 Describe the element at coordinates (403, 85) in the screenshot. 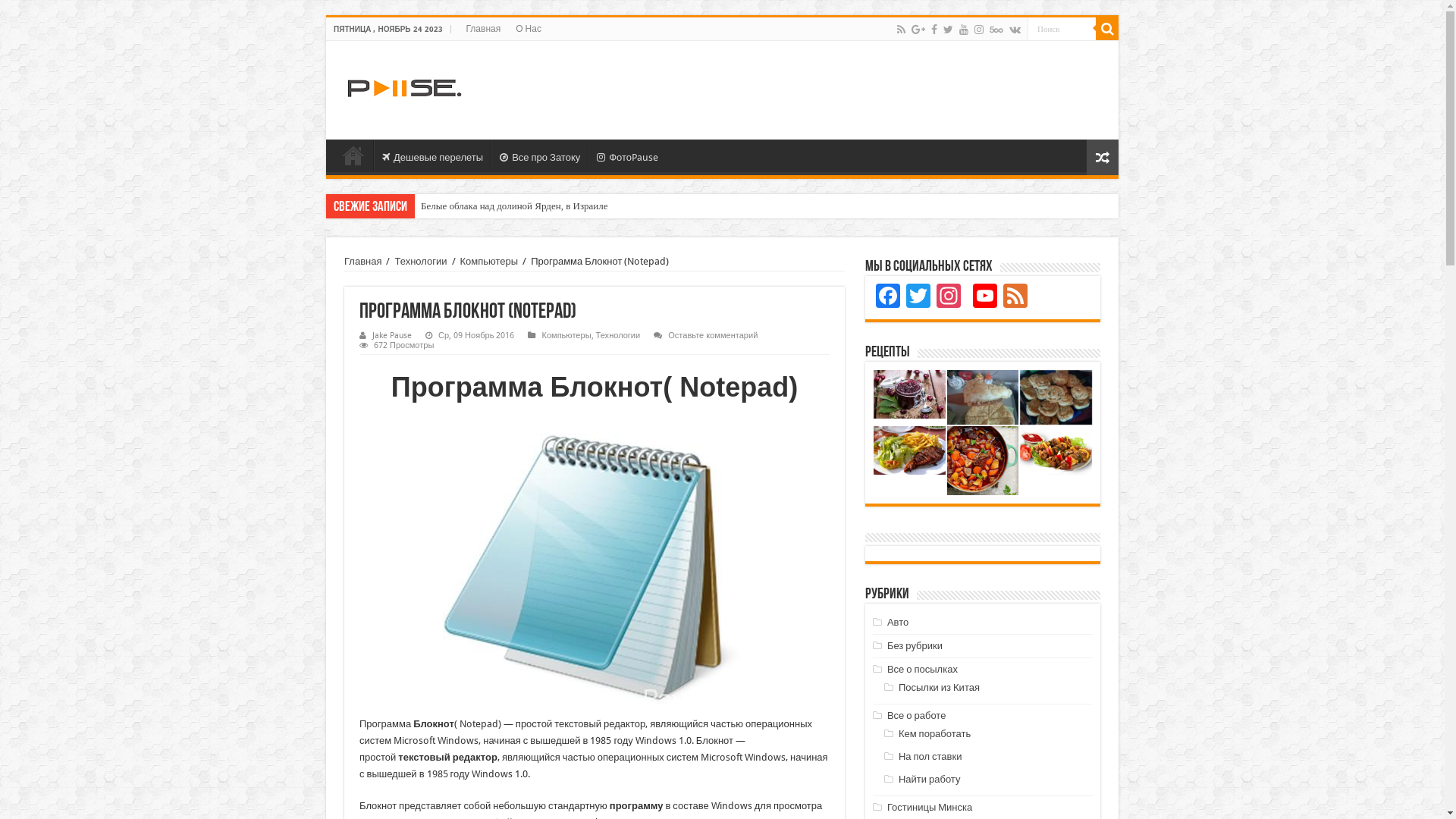

I see `'Pause.By'` at that location.